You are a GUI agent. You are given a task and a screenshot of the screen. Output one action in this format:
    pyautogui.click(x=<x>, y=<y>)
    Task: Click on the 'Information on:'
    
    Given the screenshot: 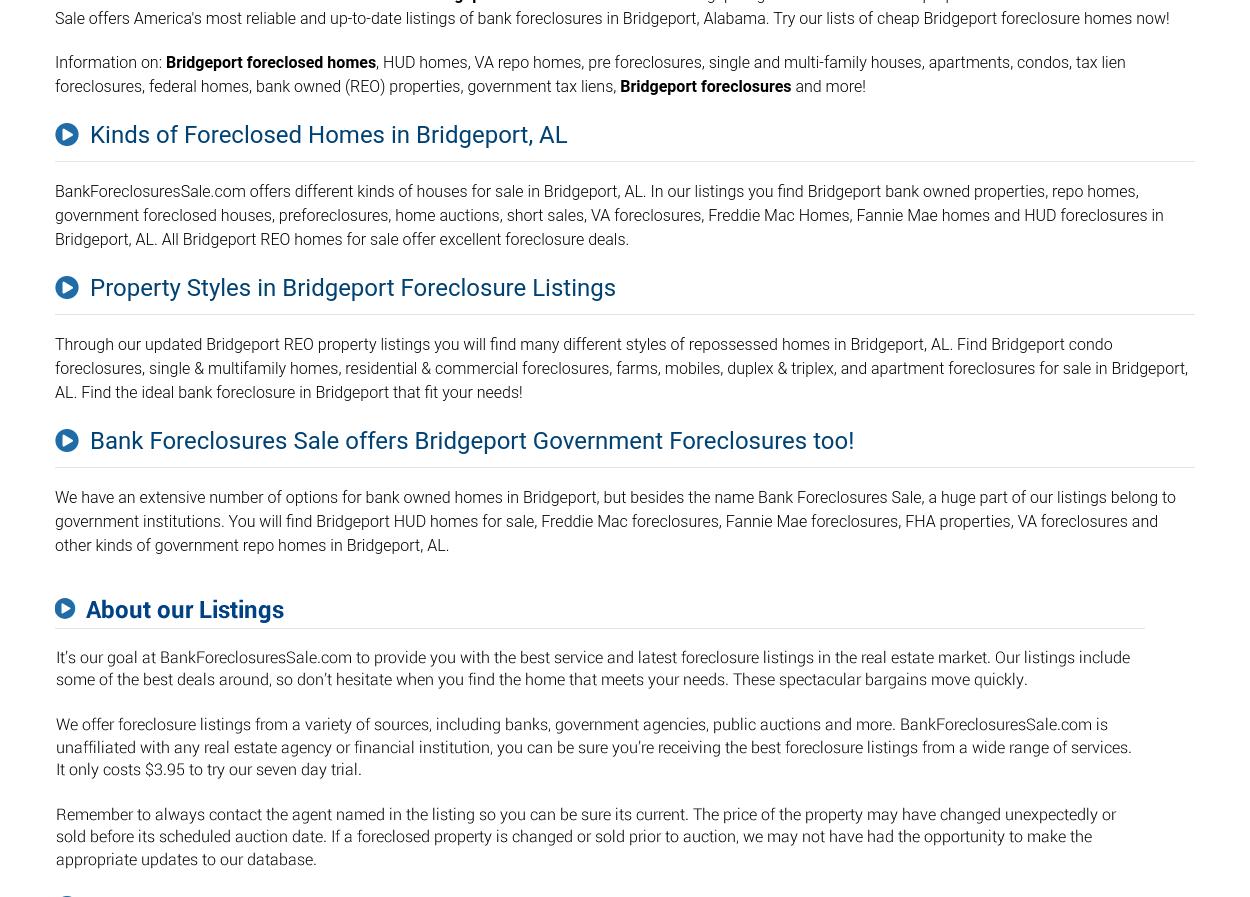 What is the action you would take?
    pyautogui.click(x=109, y=61)
    